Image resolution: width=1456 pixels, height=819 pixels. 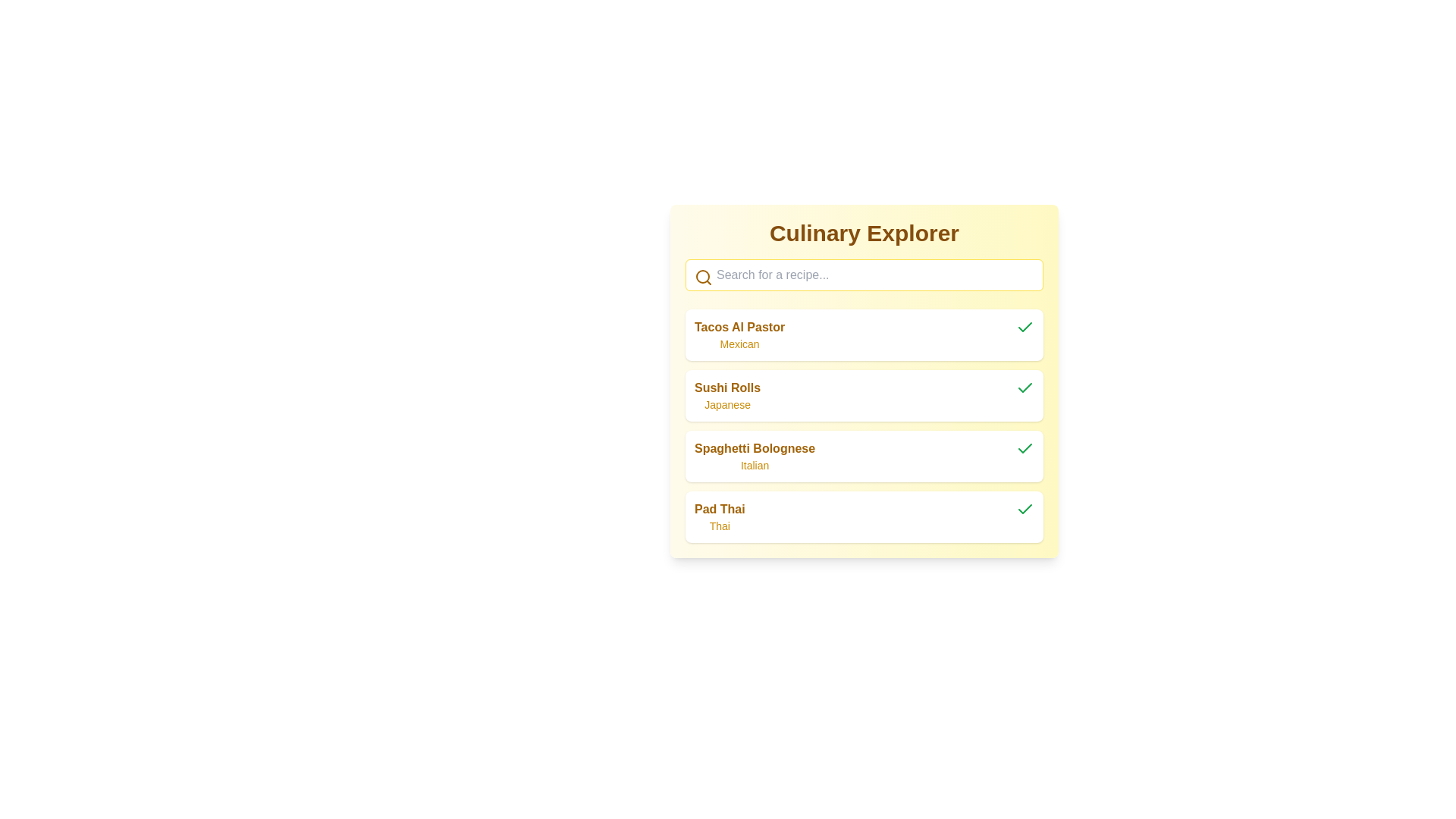 What do you see at coordinates (1025, 447) in the screenshot?
I see `the status represented by the green checkmark icon next to the second highlighted recipe item 'Sushi Rolls' in the Culinary Explorer interface` at bounding box center [1025, 447].